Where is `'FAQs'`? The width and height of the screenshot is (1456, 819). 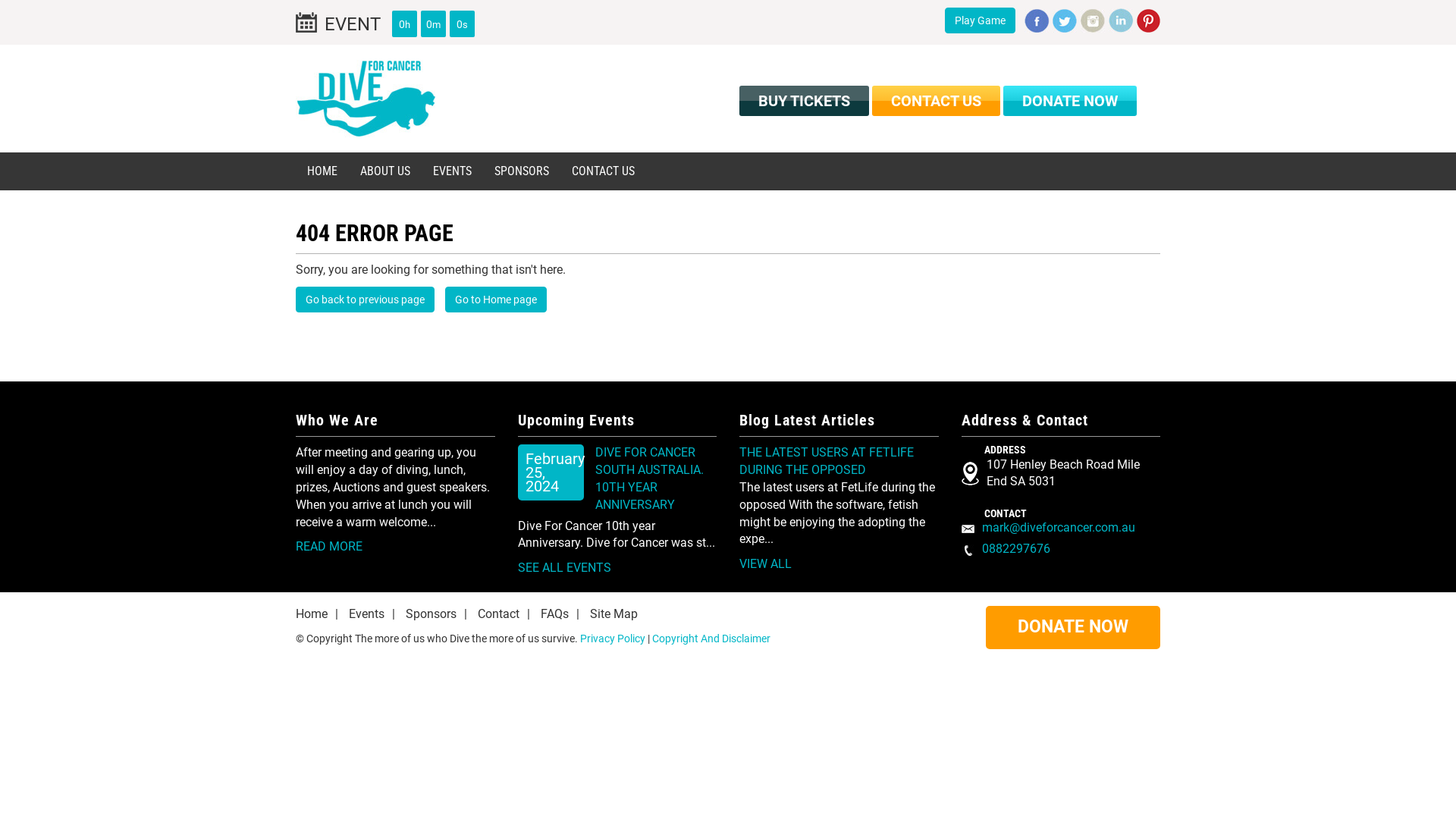
'FAQs' is located at coordinates (554, 614).